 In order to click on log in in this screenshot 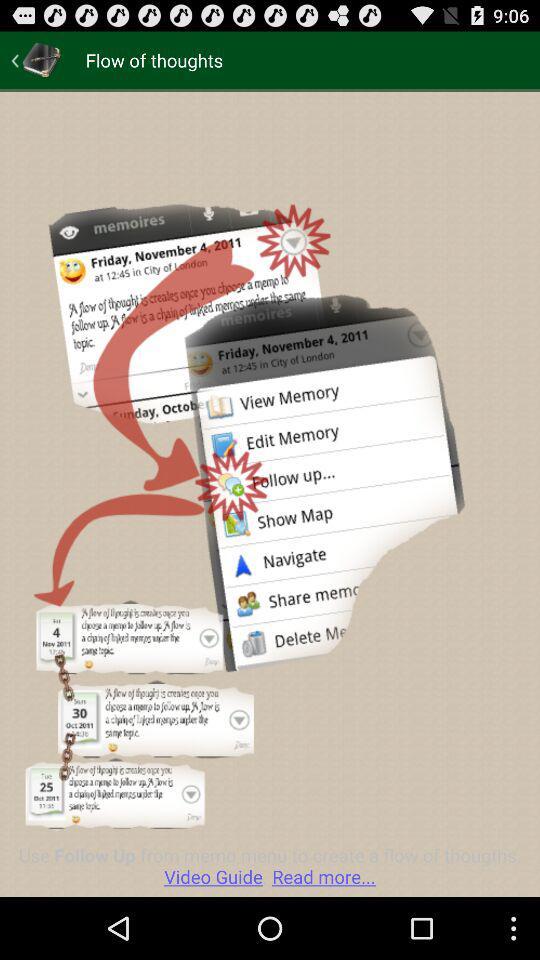, I will do `click(36, 59)`.